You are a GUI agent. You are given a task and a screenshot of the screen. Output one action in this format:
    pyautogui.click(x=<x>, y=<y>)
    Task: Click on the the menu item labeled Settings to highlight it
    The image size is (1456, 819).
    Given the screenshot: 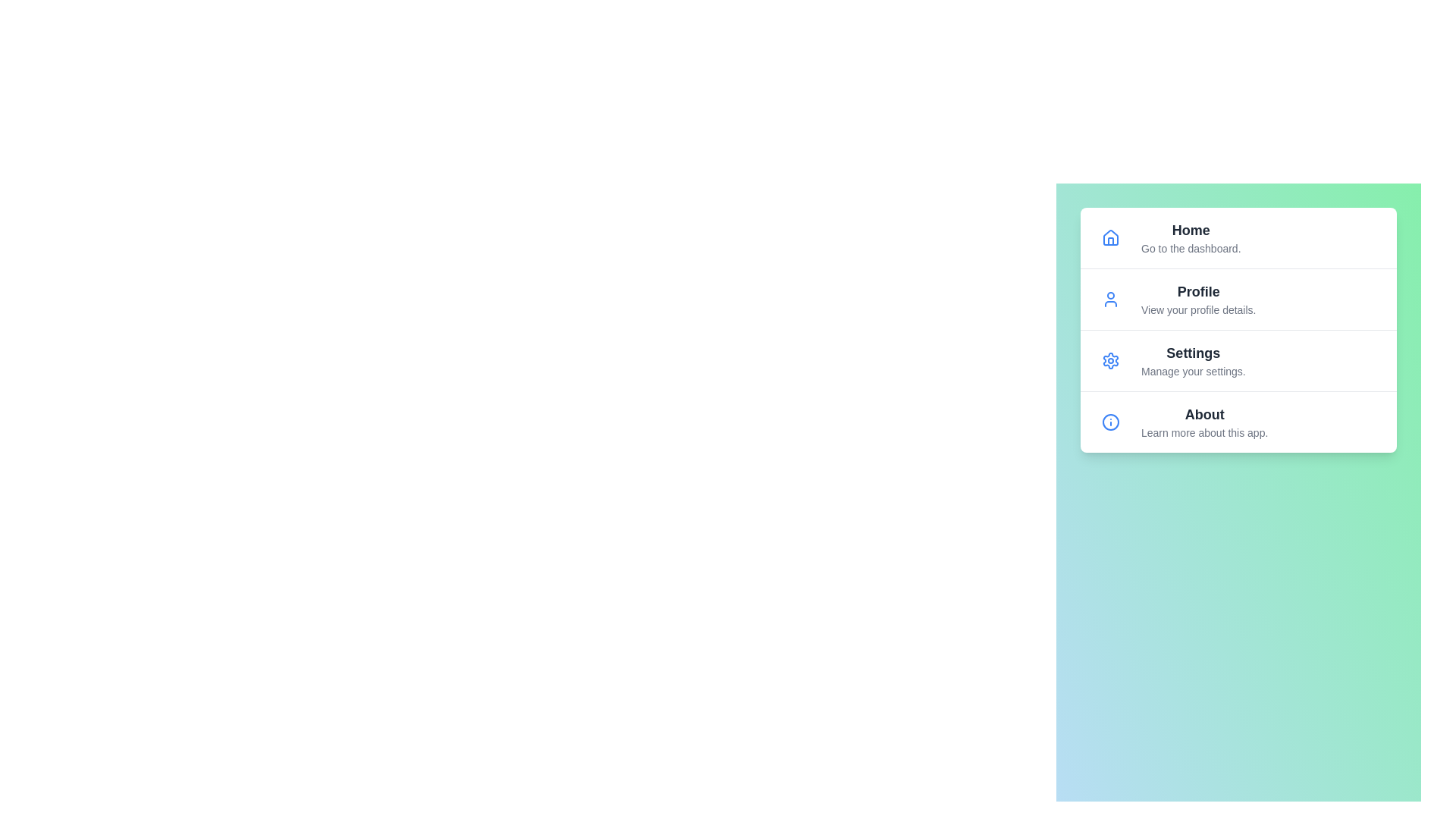 What is the action you would take?
    pyautogui.click(x=1238, y=360)
    